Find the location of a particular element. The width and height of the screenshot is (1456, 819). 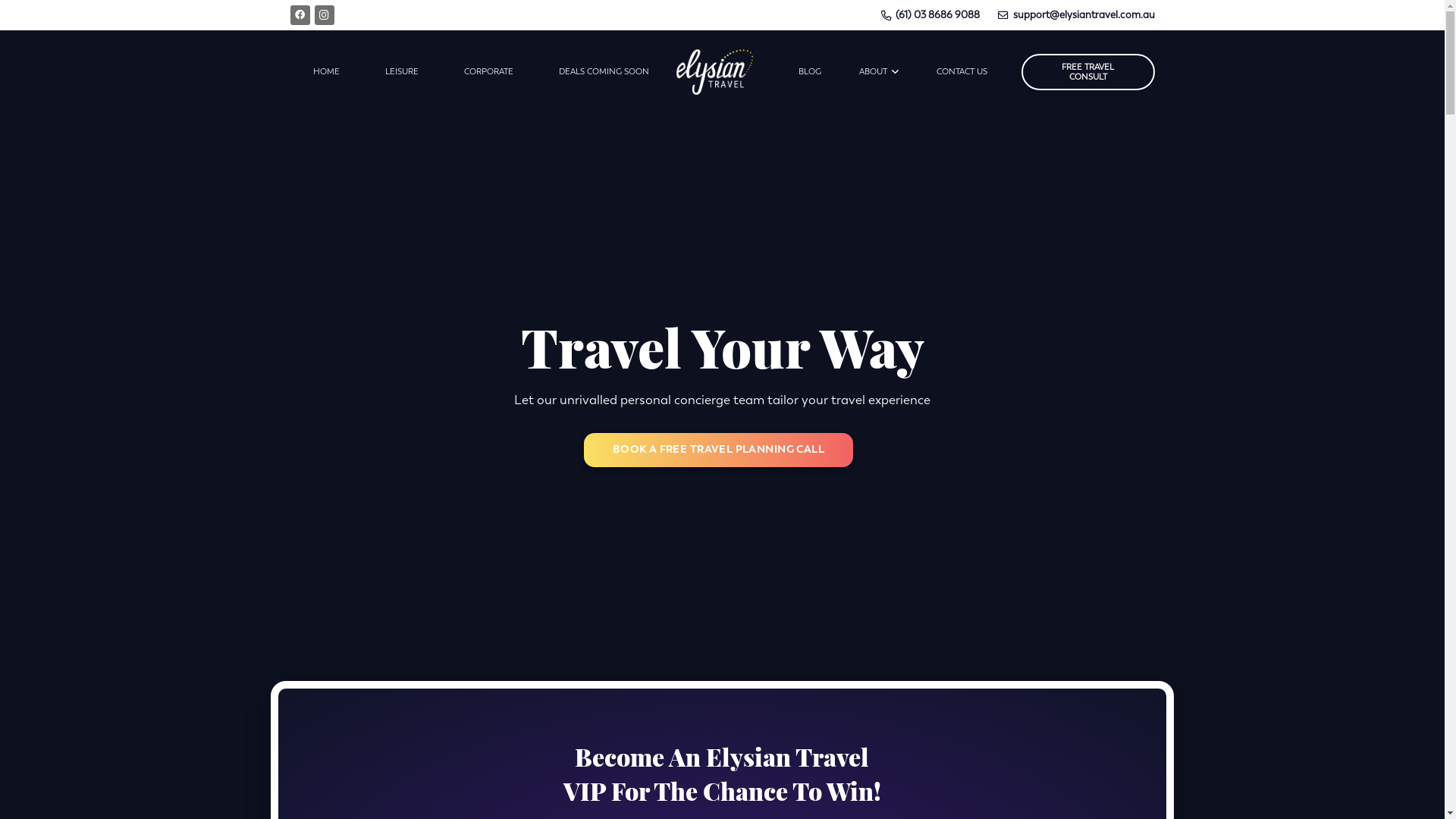

'FREE TRAVEL CONSULT' is located at coordinates (1087, 72).